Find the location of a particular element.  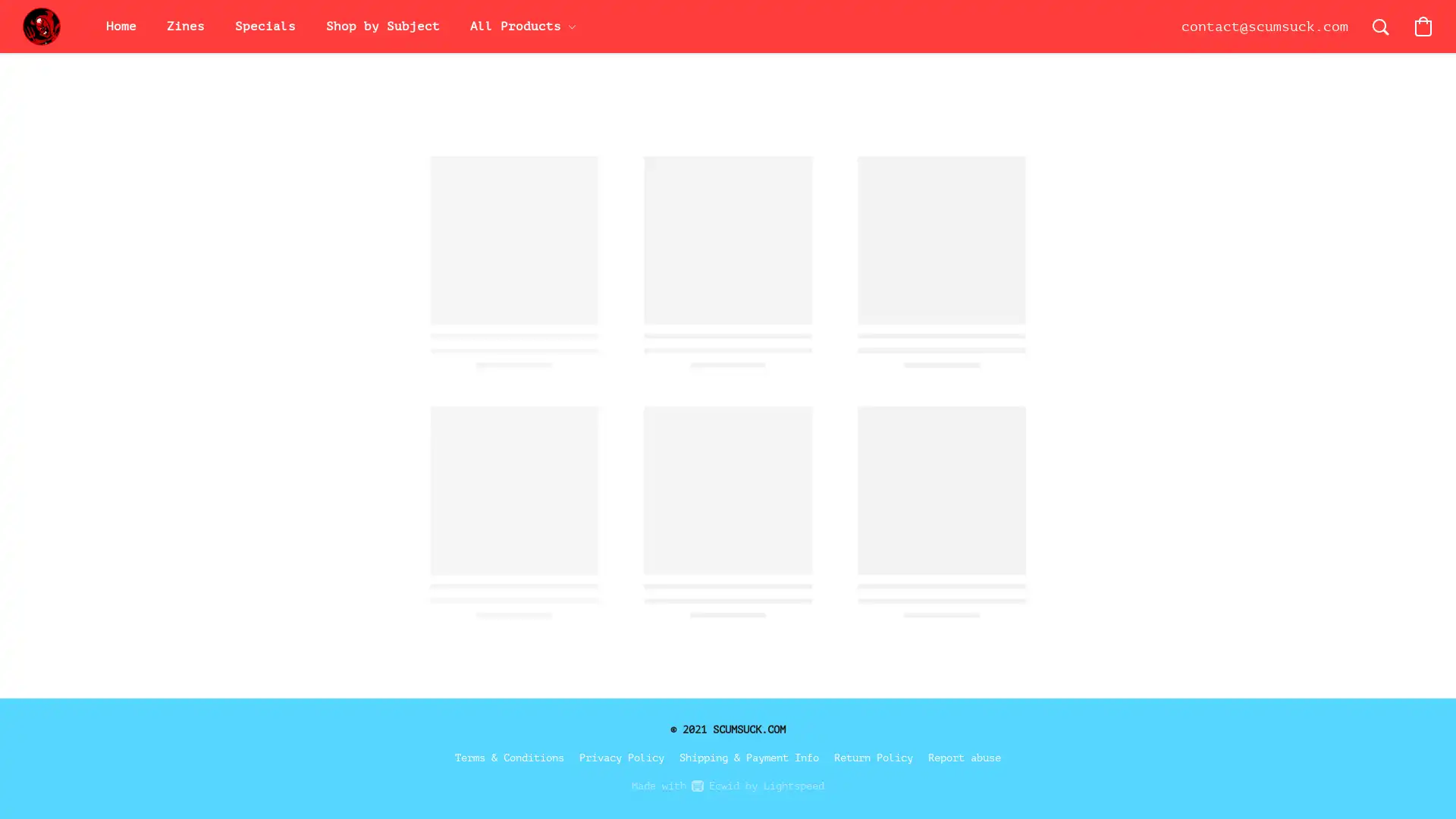

Save this product for later is located at coordinates (940, 461).